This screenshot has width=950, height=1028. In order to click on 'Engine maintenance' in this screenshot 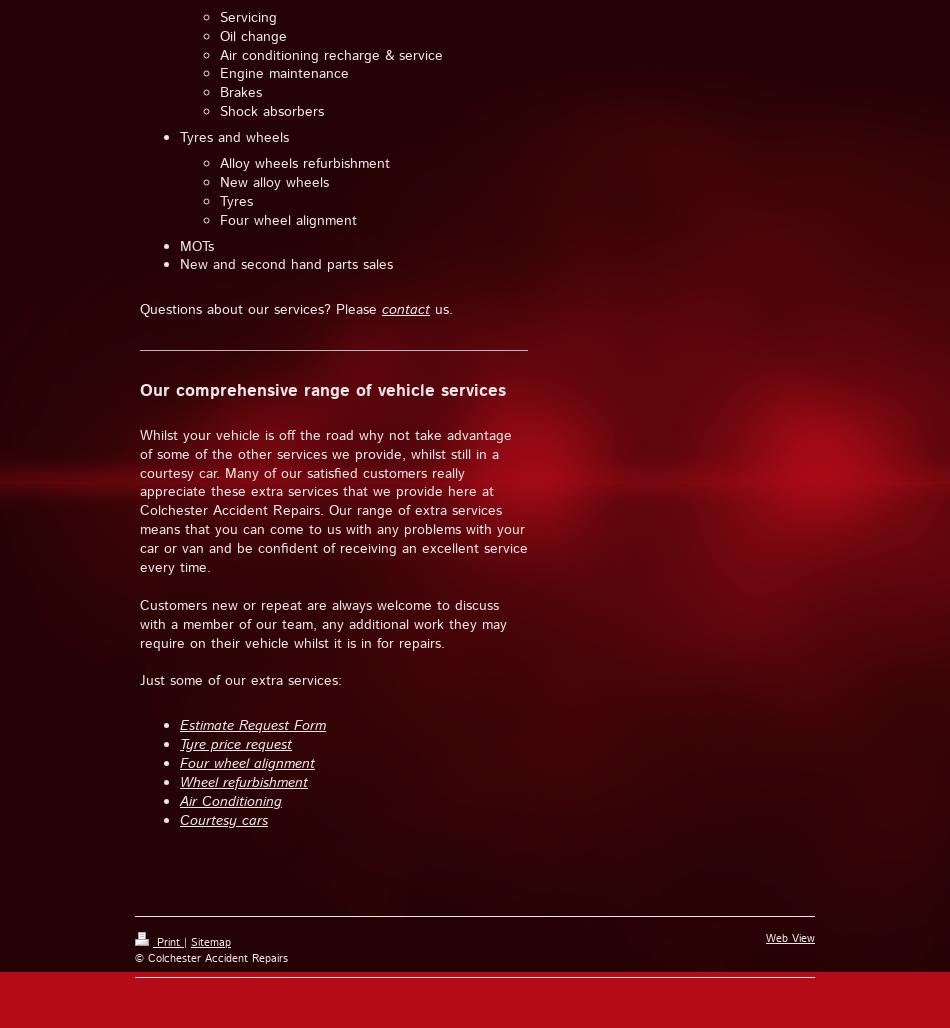, I will do `click(220, 73)`.